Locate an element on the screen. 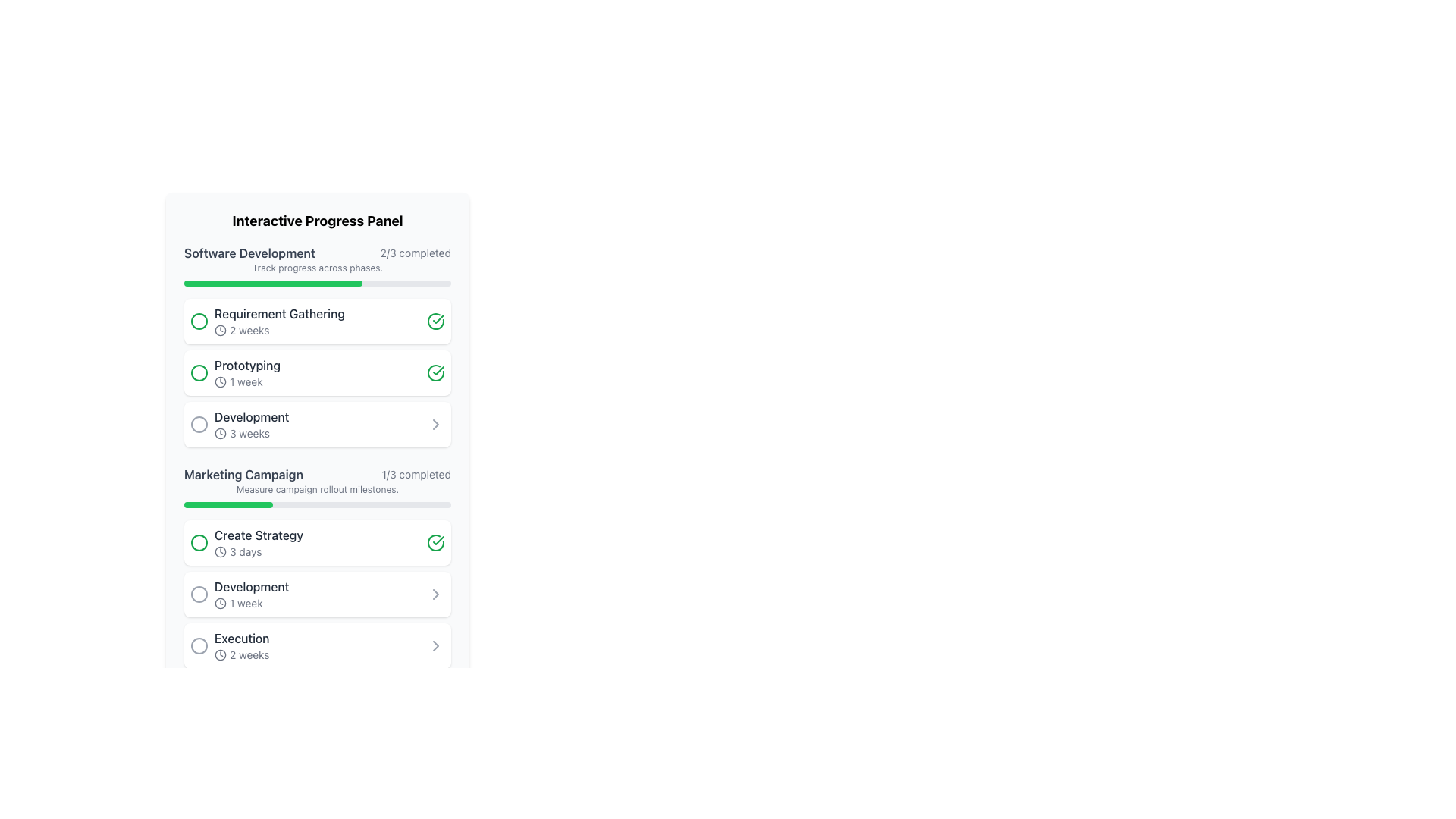 This screenshot has height=819, width=1456. completion indication from the Checkmark icon located in the 'Prototyping' step of the progress panel, which signifies that the task has been accomplished is located at coordinates (435, 373).